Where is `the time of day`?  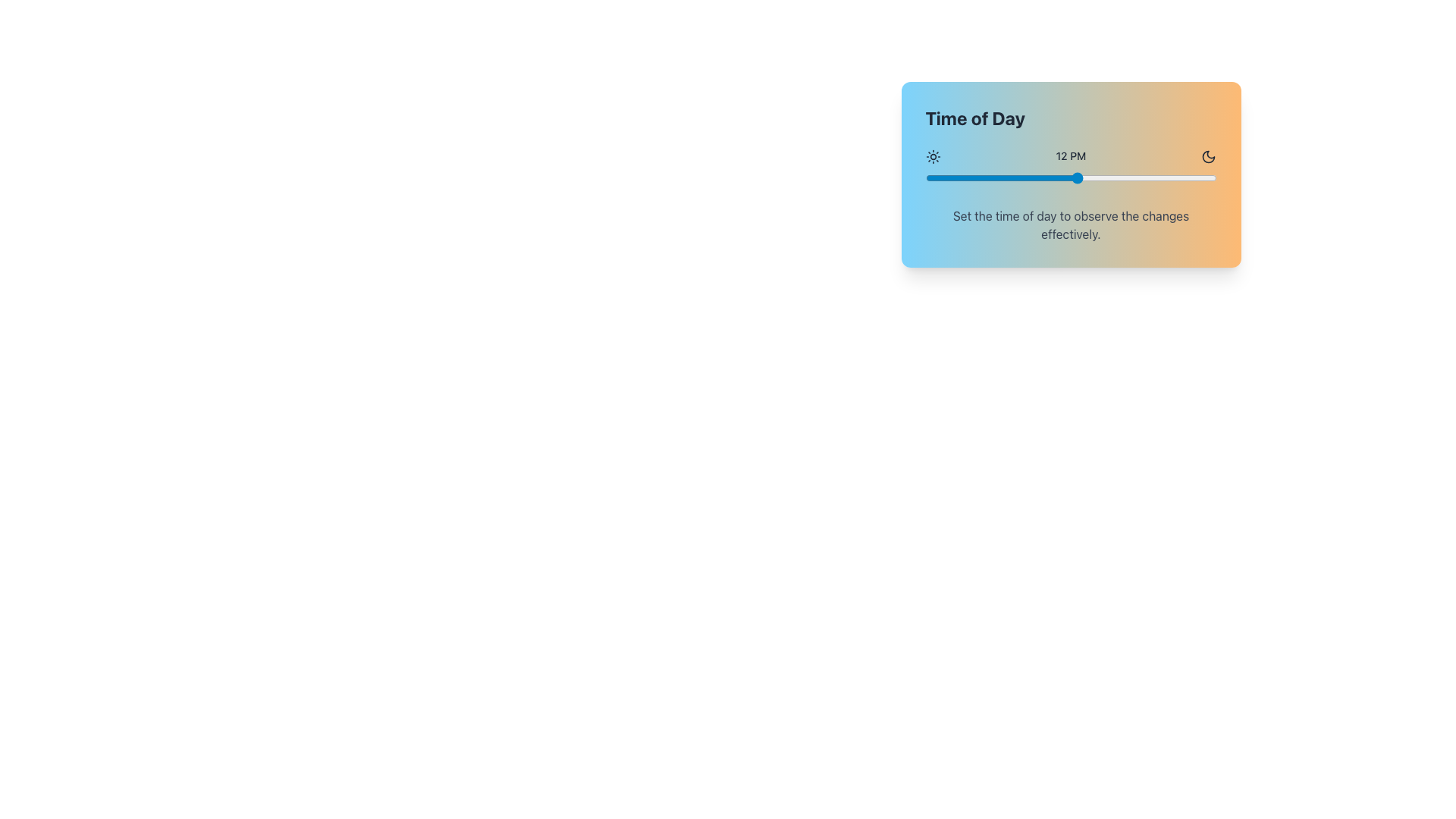 the time of day is located at coordinates (1153, 177).